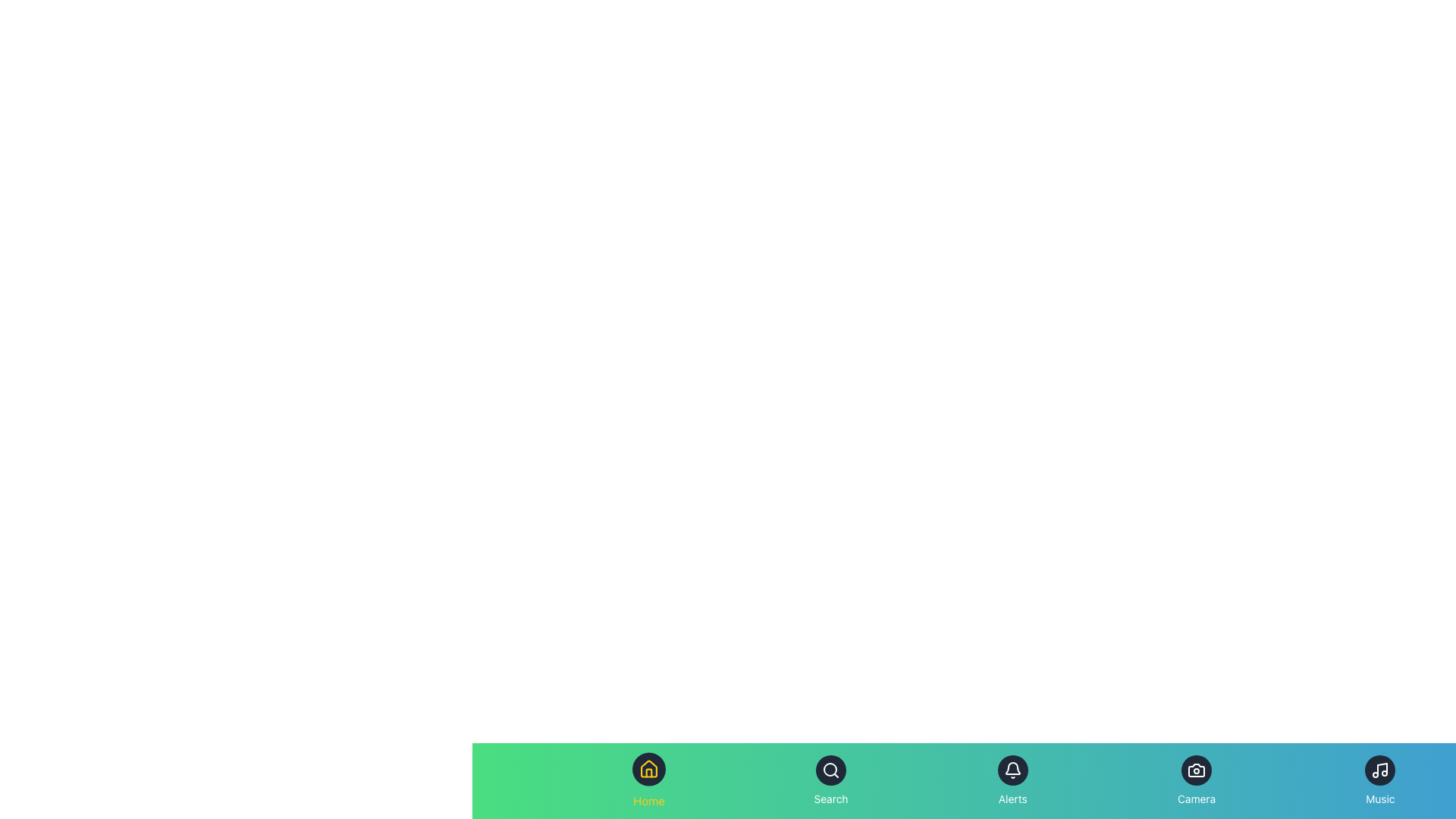  I want to click on the vertically aligned music button, which has a music symbol icon above the label 'Music', so click(1380, 780).